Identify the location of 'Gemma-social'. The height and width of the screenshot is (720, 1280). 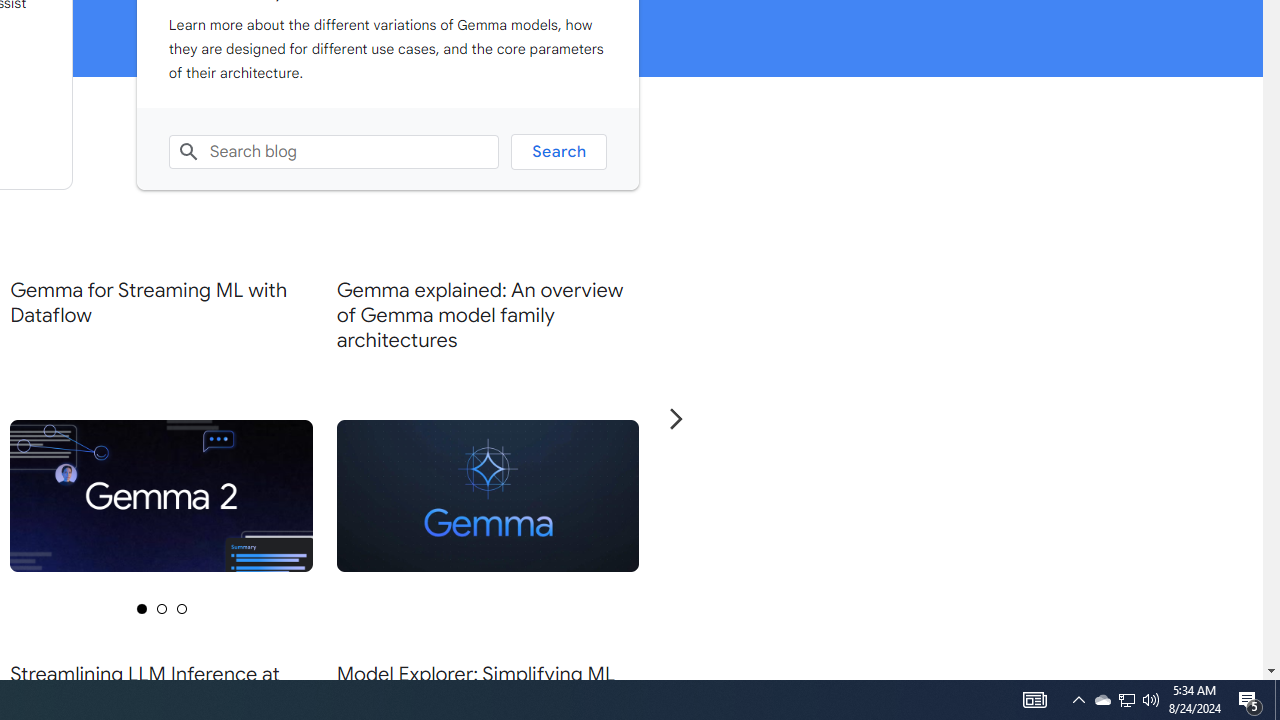
(487, 495).